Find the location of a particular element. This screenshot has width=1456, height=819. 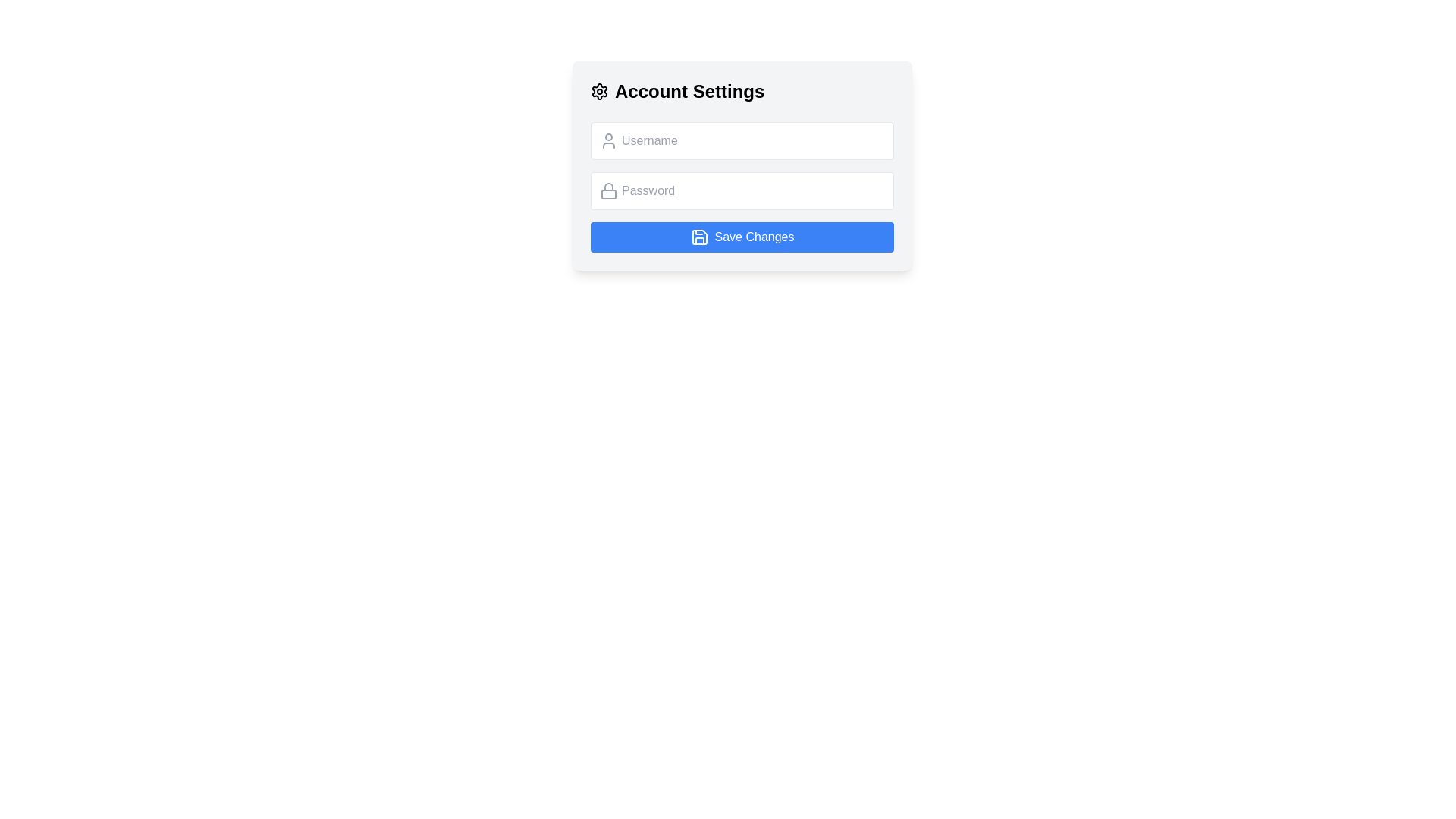

the cogwheel icon, which is a minimalistic outline of a gear located to the left of the 'Account Settings' heading is located at coordinates (599, 91).